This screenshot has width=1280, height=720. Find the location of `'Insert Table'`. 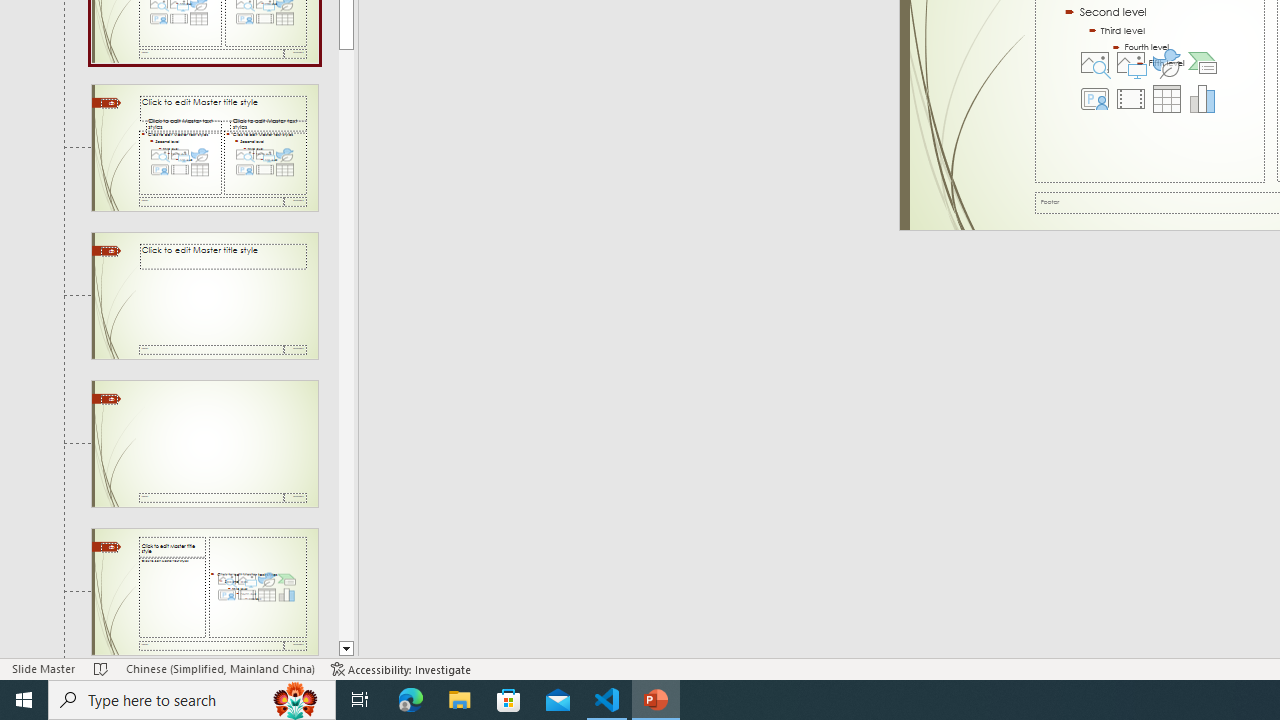

'Insert Table' is located at coordinates (1166, 99).